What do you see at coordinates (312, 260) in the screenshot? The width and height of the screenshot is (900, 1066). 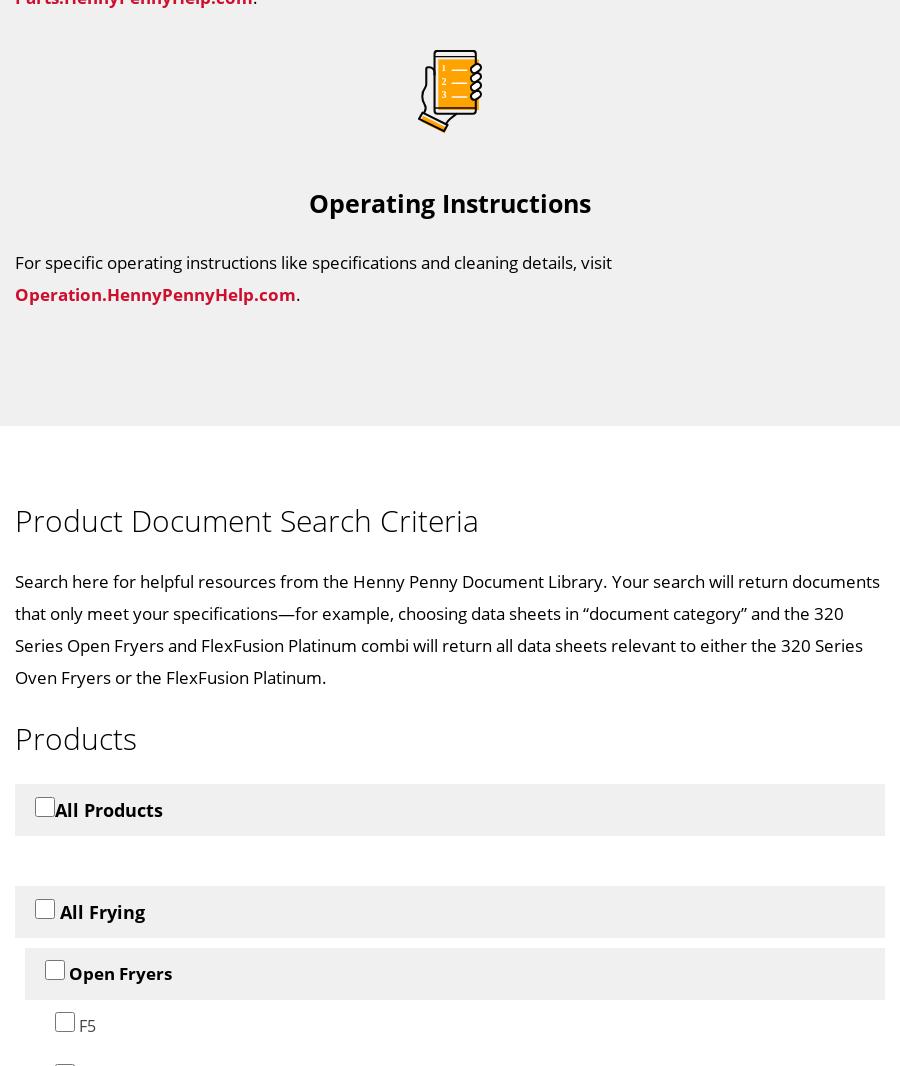 I see `'For specific operating instructions like specifications and cleaning details, visit'` at bounding box center [312, 260].